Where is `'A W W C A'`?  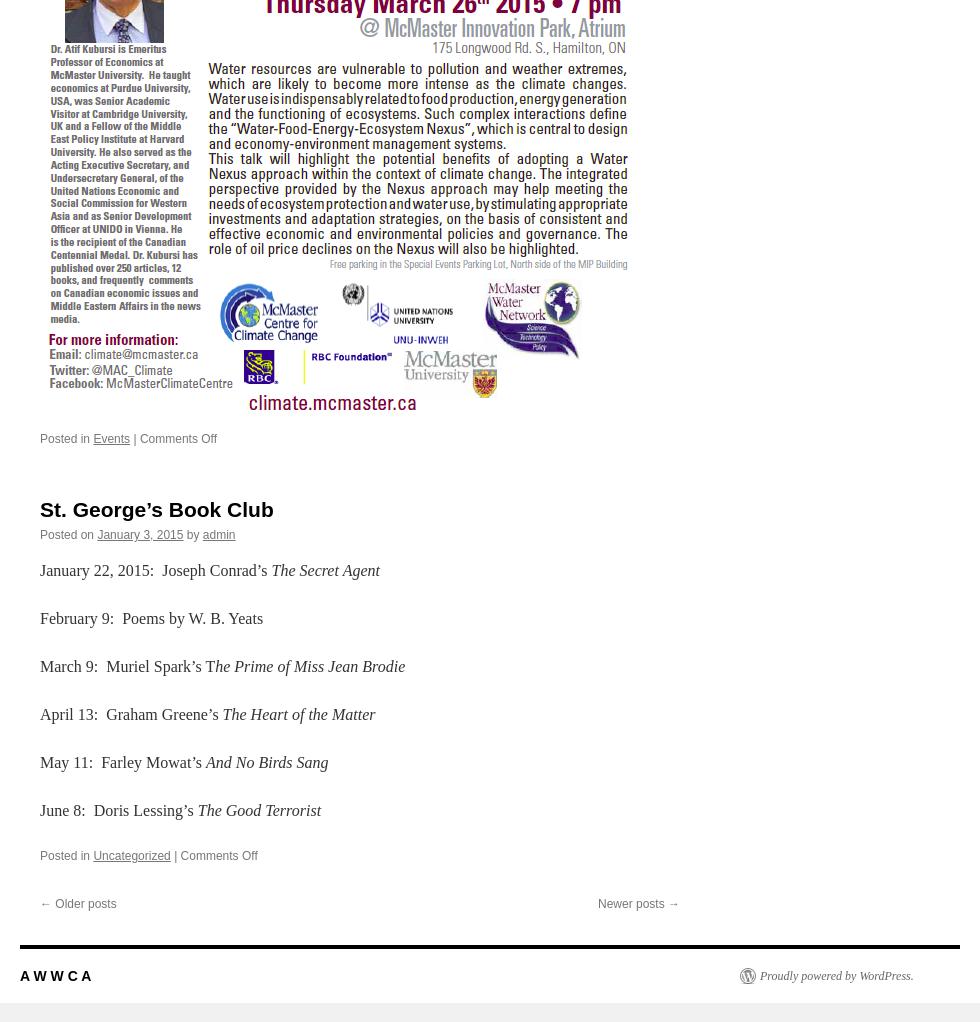
'A W W C A' is located at coordinates (55, 973).